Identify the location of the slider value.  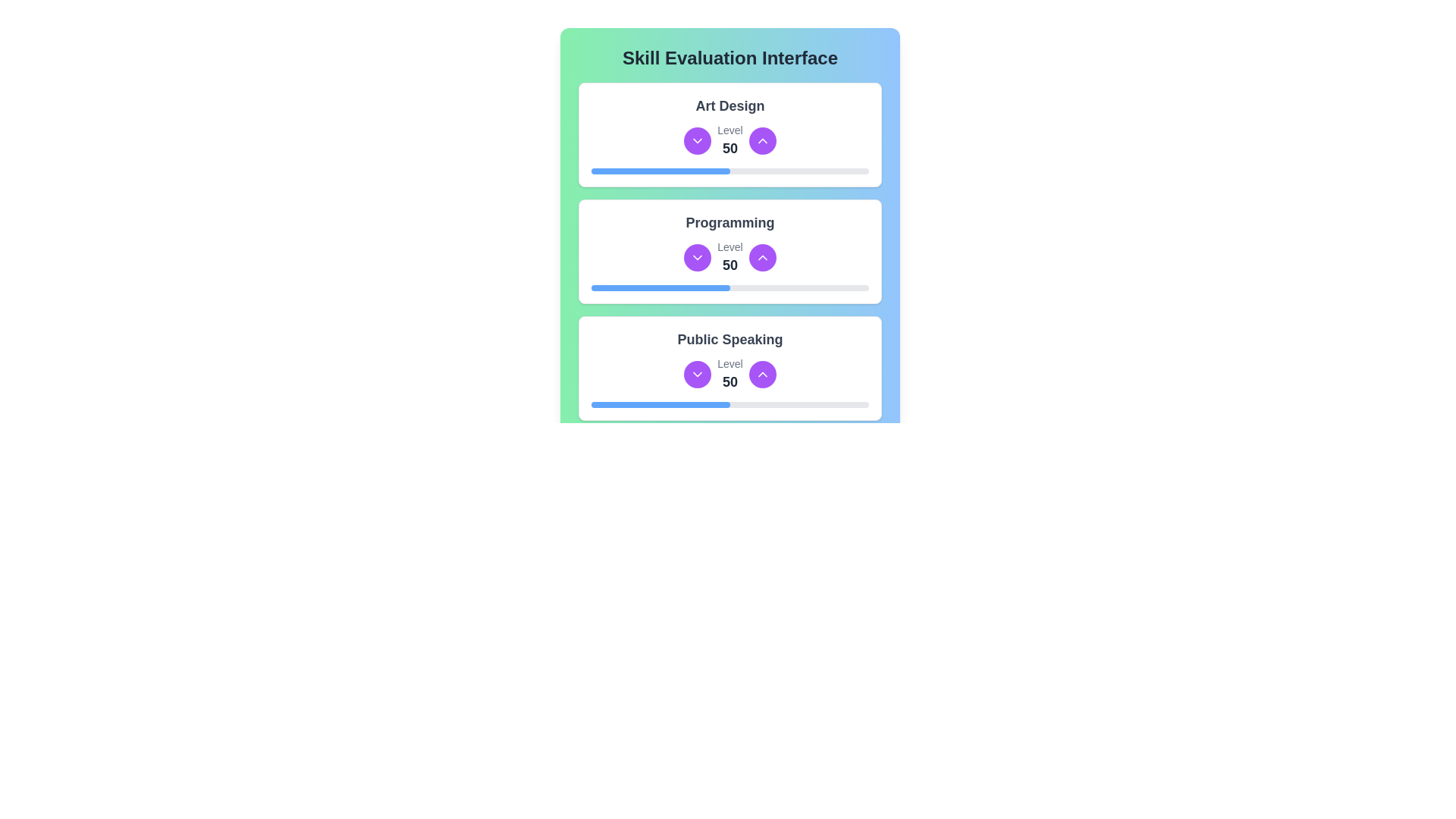
(599, 403).